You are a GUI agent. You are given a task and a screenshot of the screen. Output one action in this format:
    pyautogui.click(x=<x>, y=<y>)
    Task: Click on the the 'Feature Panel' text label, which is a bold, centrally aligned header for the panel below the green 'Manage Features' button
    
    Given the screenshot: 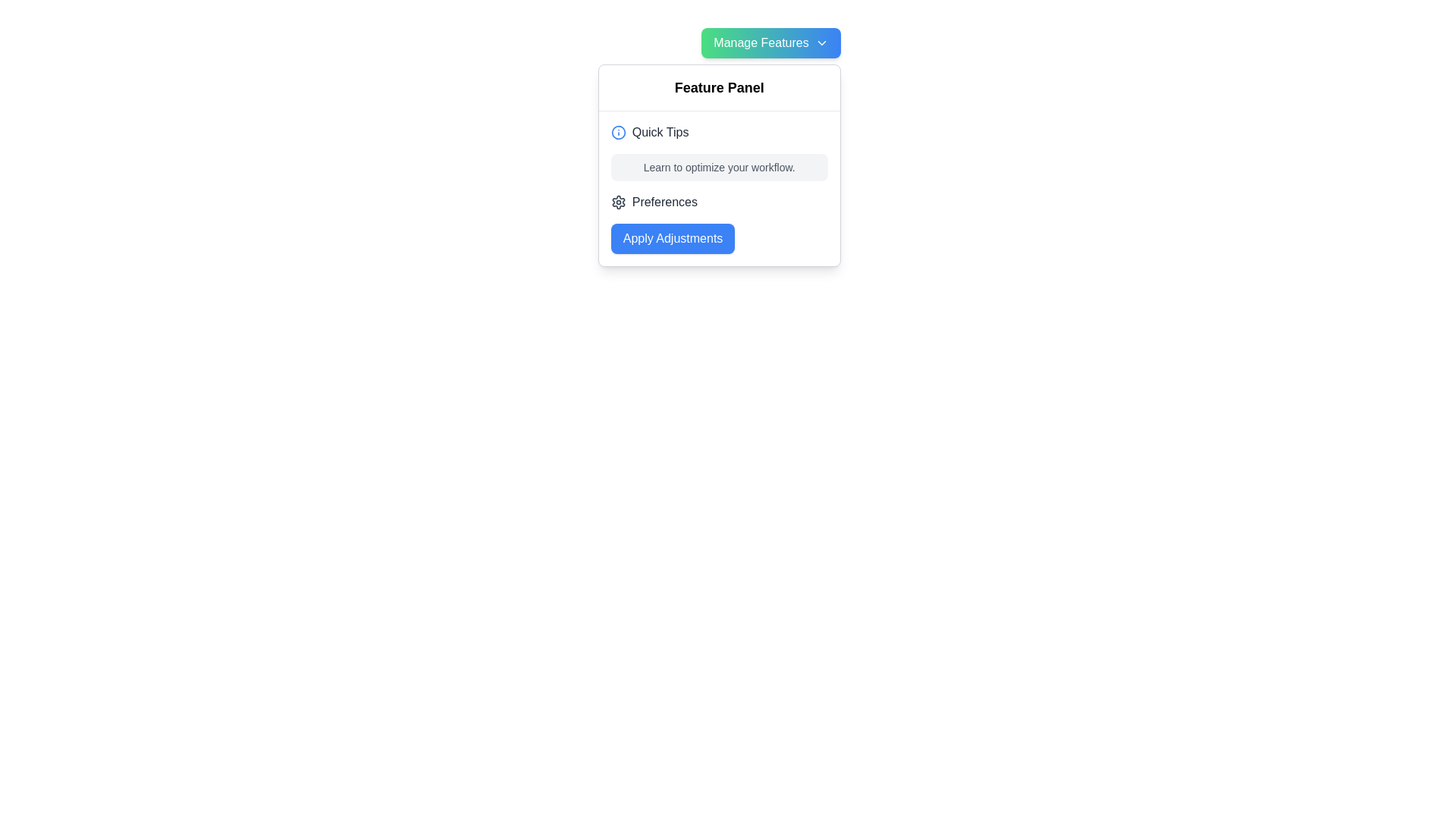 What is the action you would take?
    pyautogui.click(x=718, y=87)
    